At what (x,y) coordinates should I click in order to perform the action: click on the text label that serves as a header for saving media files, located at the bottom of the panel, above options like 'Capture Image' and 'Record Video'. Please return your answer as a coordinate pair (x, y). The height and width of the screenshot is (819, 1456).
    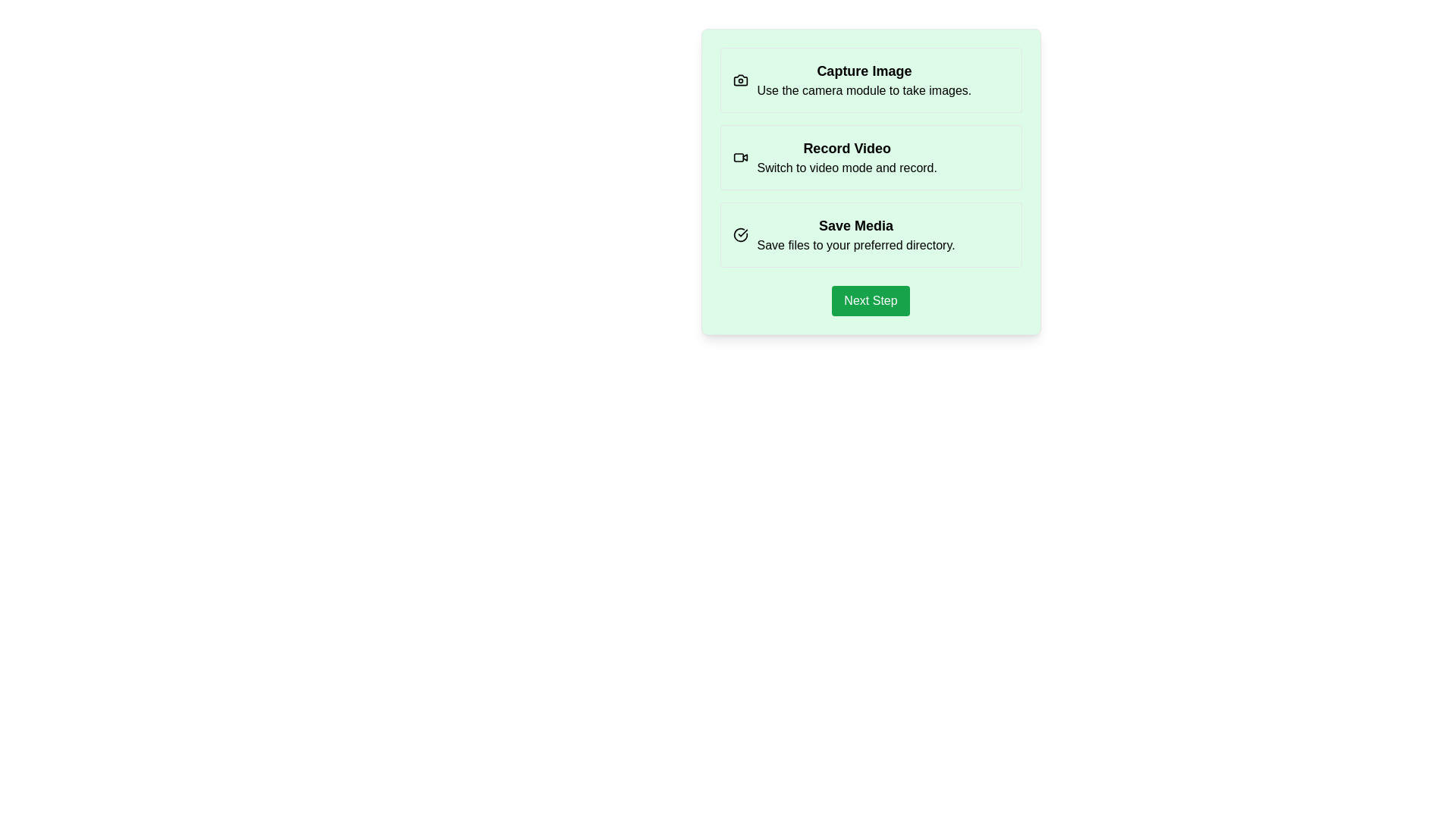
    Looking at the image, I should click on (856, 225).